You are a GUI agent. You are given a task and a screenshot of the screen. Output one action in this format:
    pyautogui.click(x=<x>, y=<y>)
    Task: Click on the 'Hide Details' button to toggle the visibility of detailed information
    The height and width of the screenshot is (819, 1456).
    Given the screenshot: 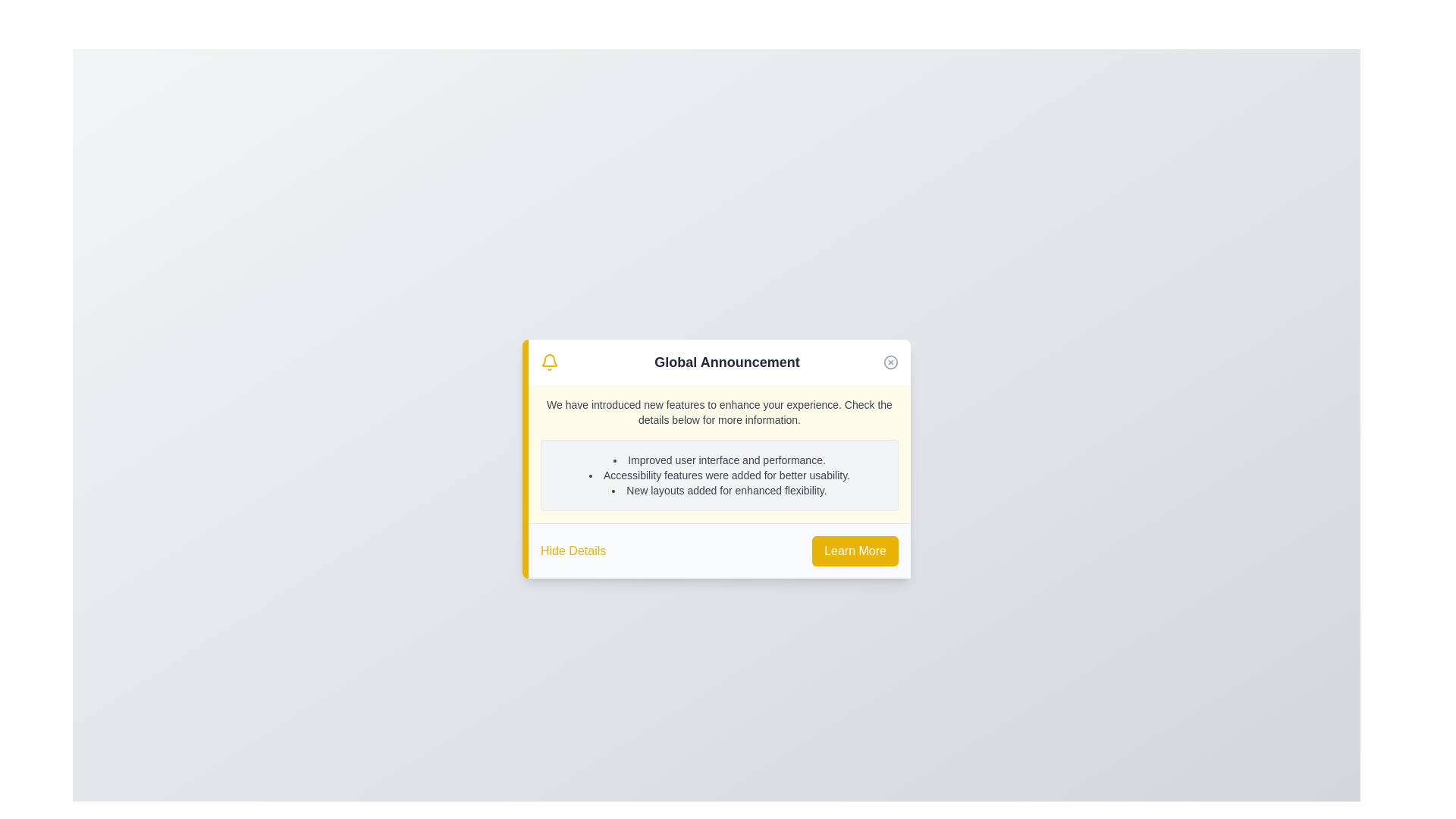 What is the action you would take?
    pyautogui.click(x=572, y=550)
    